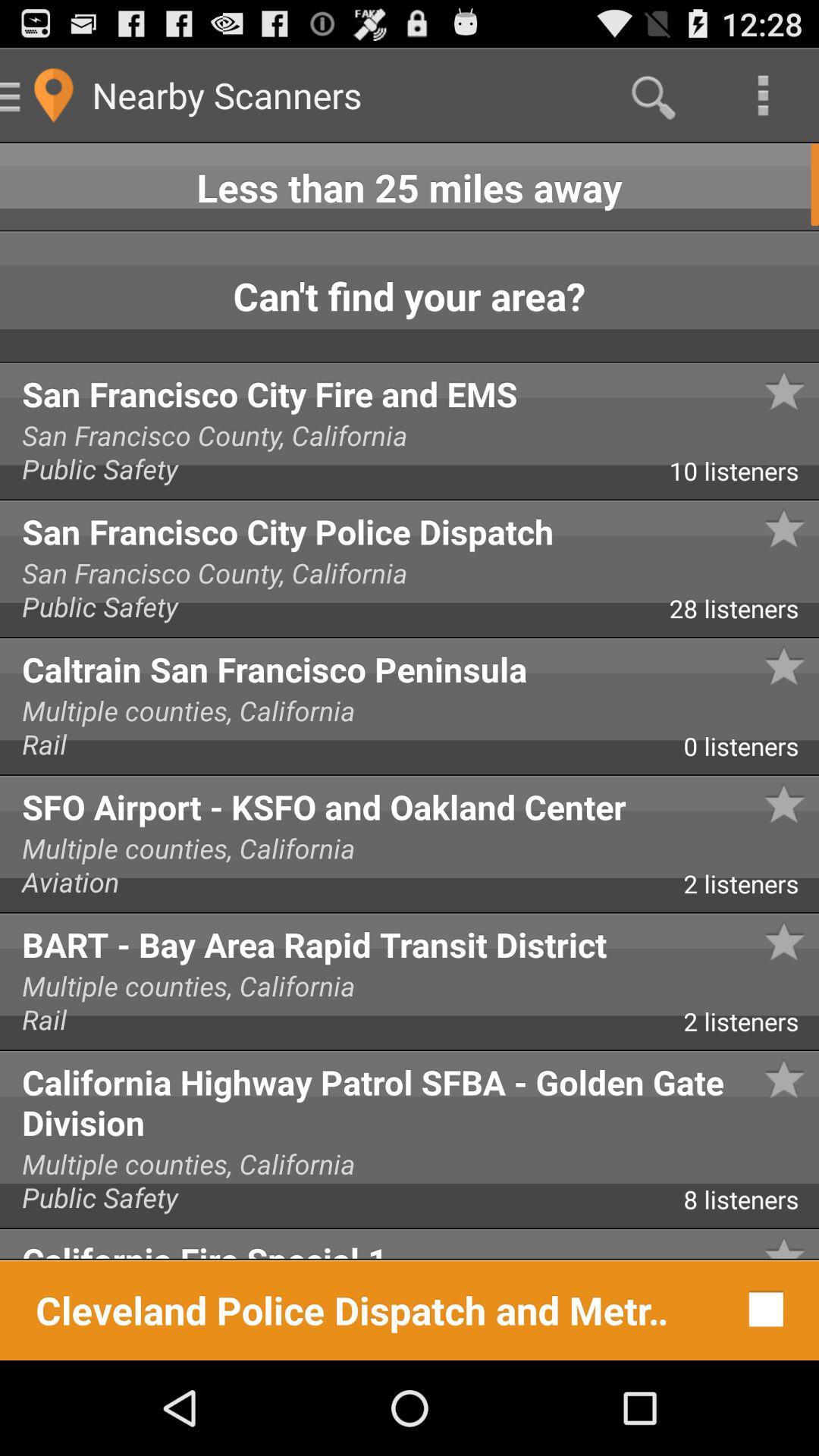  Describe the element at coordinates (784, 391) in the screenshot. I see `the star symbol next to san francisco city police dispatch` at that location.